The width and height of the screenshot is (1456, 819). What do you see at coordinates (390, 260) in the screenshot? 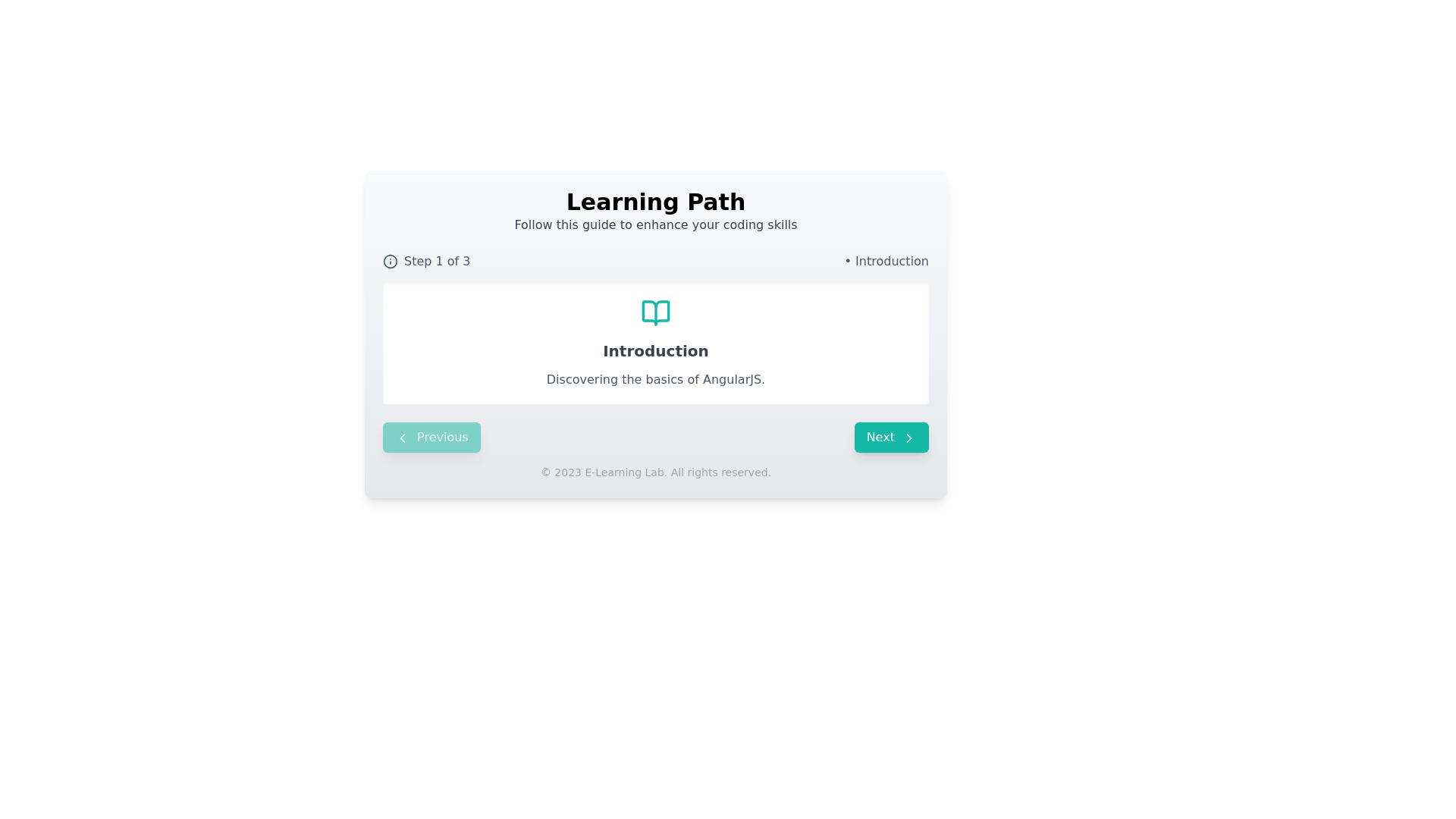
I see `the information icon, which is represented by a circle with a lowercase 'i' inside, located to the left of the text 'Step 1 of 3' in the top-left section of the interface` at bounding box center [390, 260].